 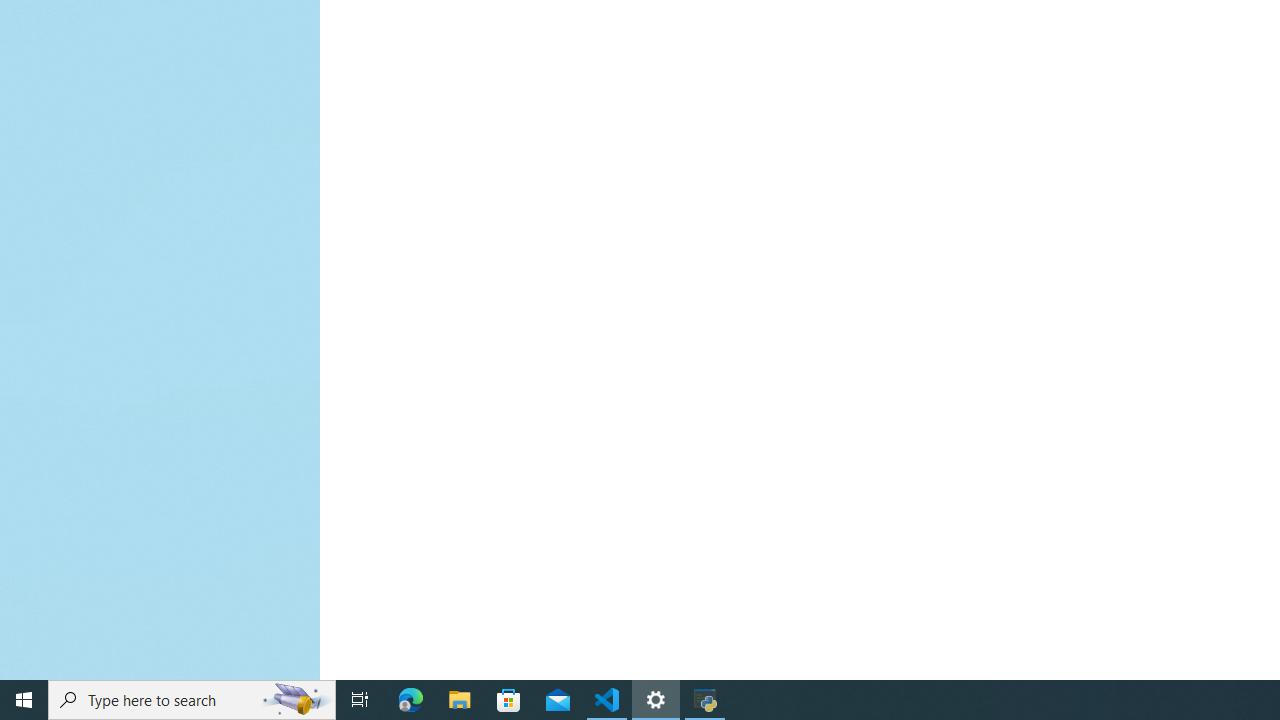 What do you see at coordinates (359, 698) in the screenshot?
I see `'Task View'` at bounding box center [359, 698].